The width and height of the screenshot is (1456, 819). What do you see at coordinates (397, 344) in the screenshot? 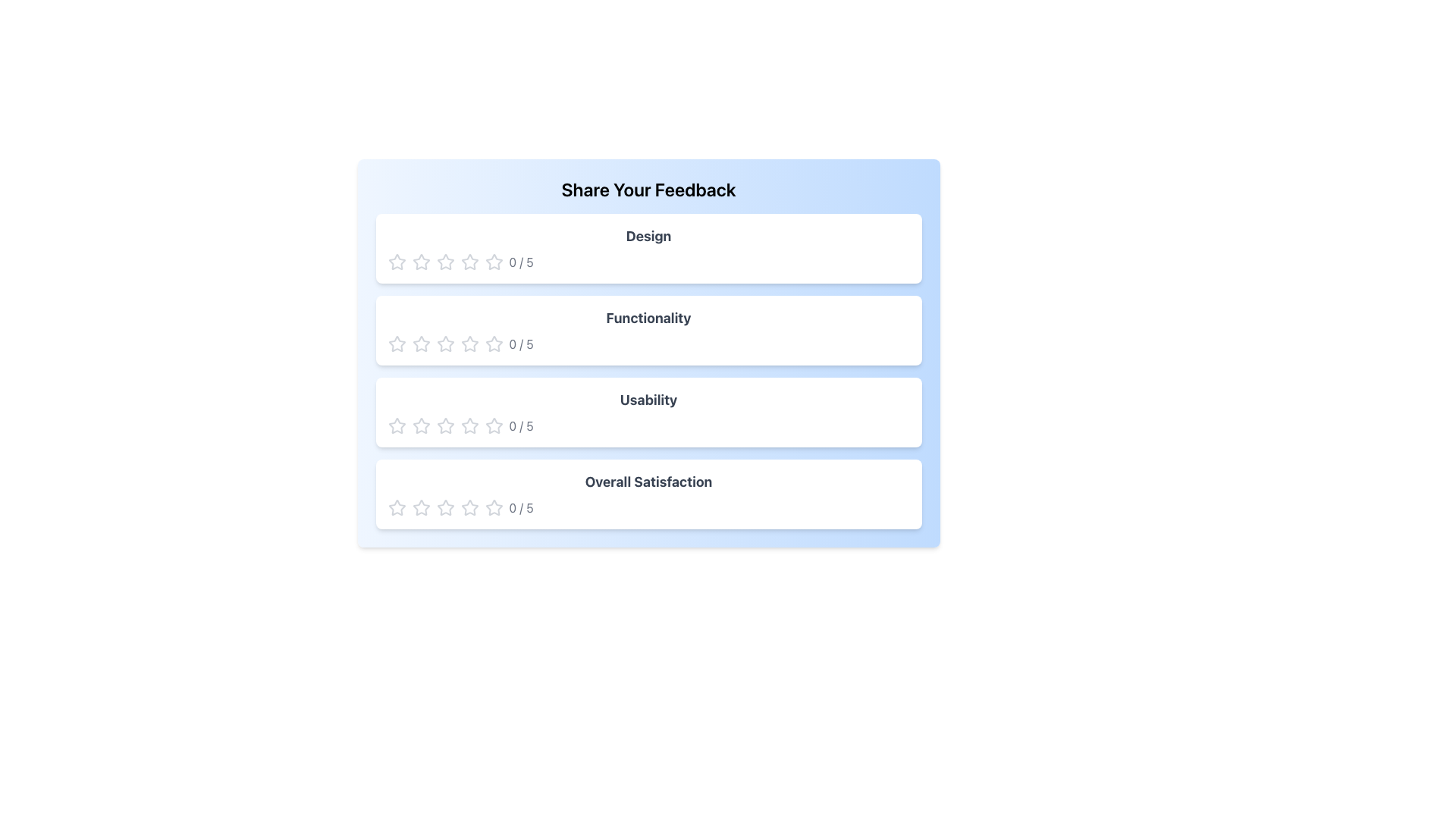
I see `the first star icon in the rating section labeled 'Functionality'` at bounding box center [397, 344].